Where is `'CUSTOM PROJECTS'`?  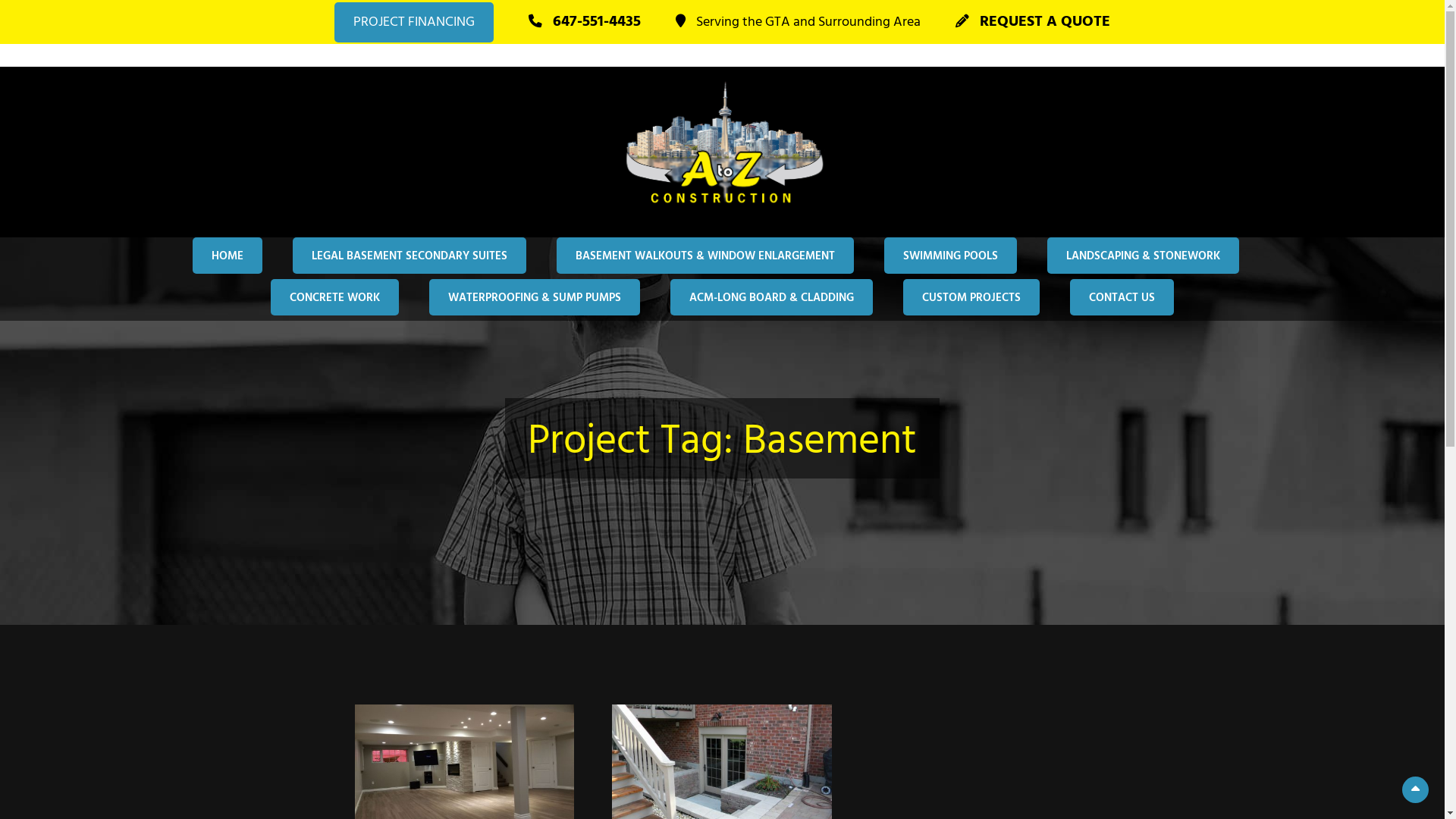 'CUSTOM PROJECTS' is located at coordinates (971, 297).